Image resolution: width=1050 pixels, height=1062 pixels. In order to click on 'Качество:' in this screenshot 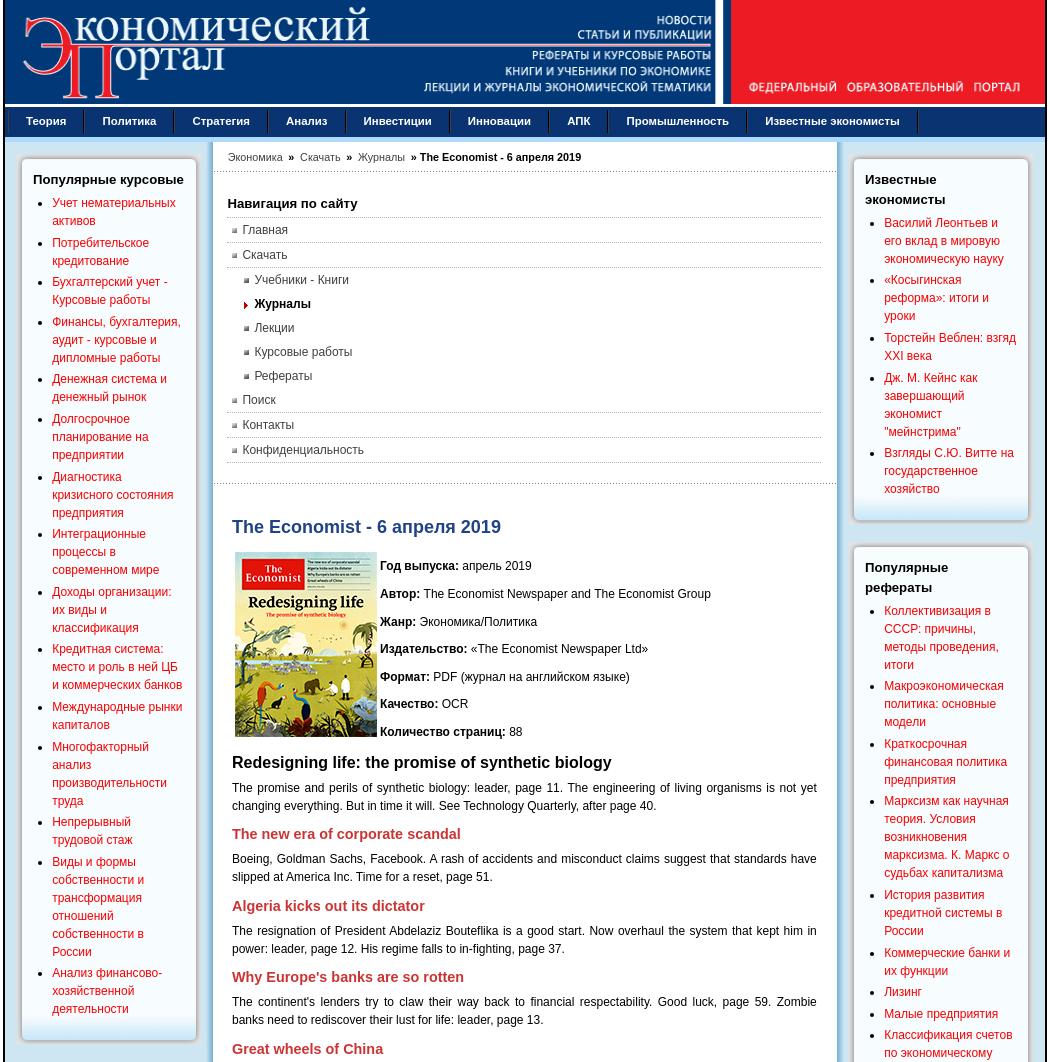, I will do `click(408, 703)`.